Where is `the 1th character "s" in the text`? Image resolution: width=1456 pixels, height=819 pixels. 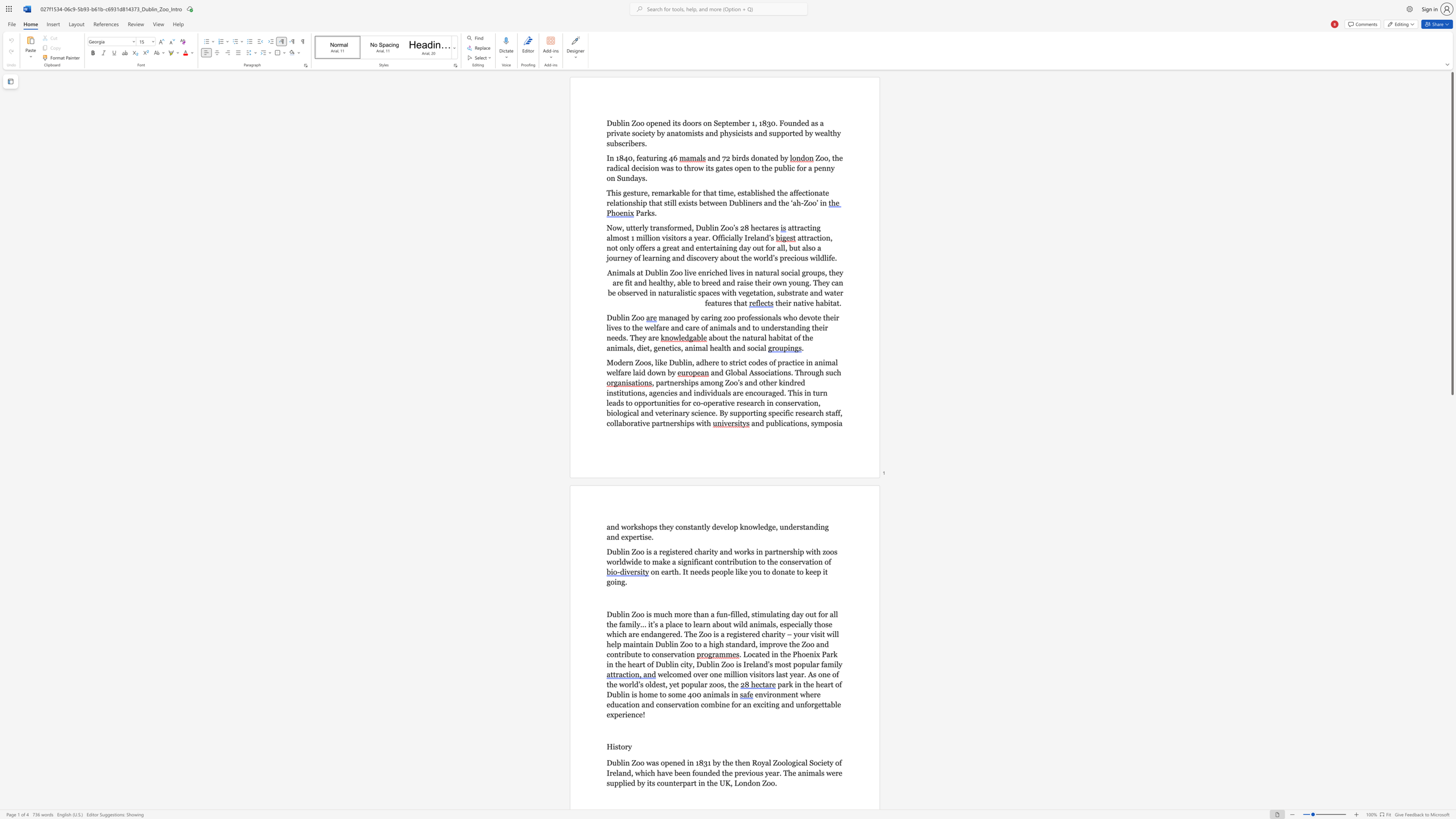
the 1th character "s" in the text is located at coordinates (708, 571).